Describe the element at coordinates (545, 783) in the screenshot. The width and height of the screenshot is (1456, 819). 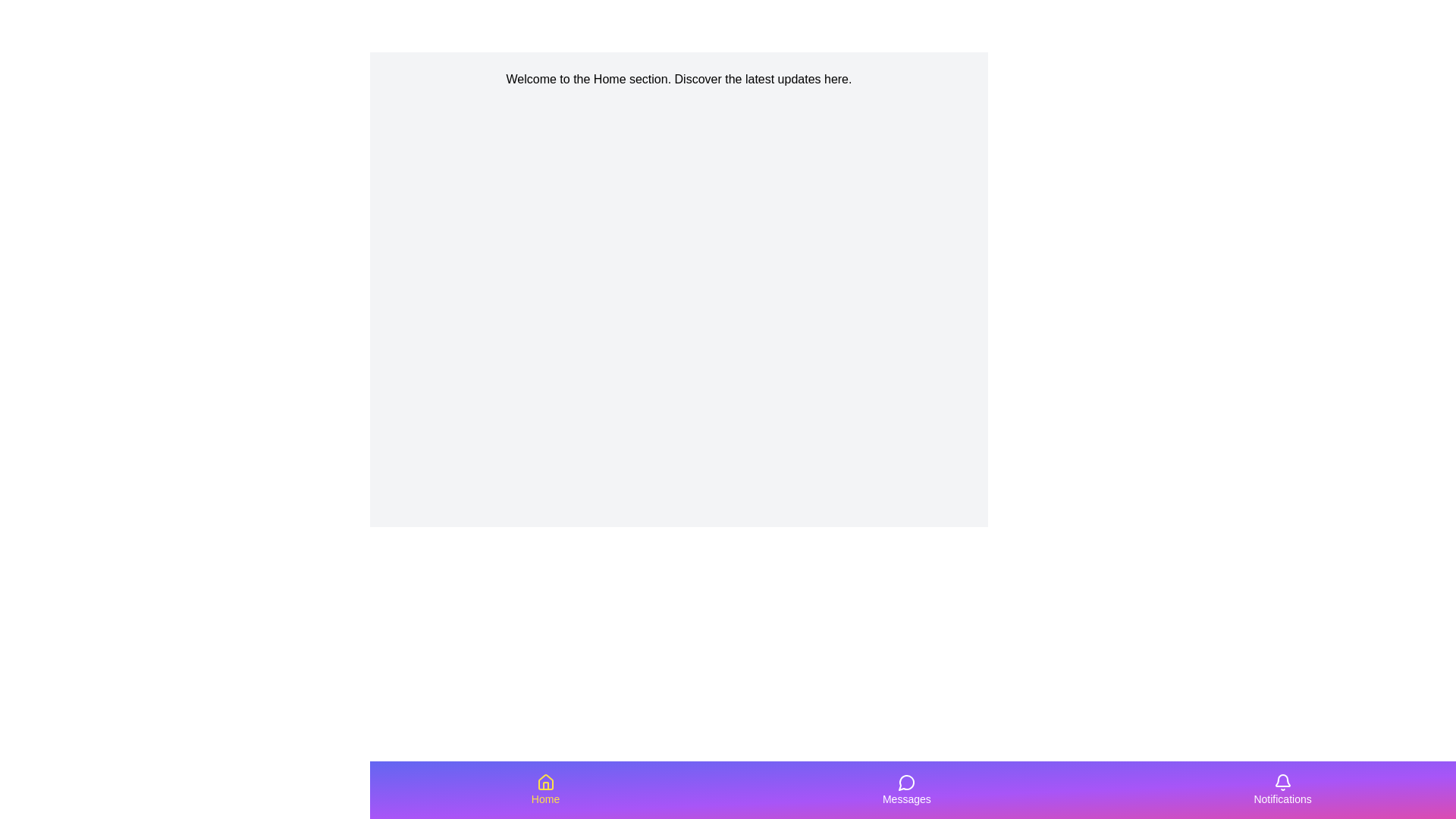
I see `the yellow house icon in line art style located above the 'Home' label in the bottom navigation bar` at that location.